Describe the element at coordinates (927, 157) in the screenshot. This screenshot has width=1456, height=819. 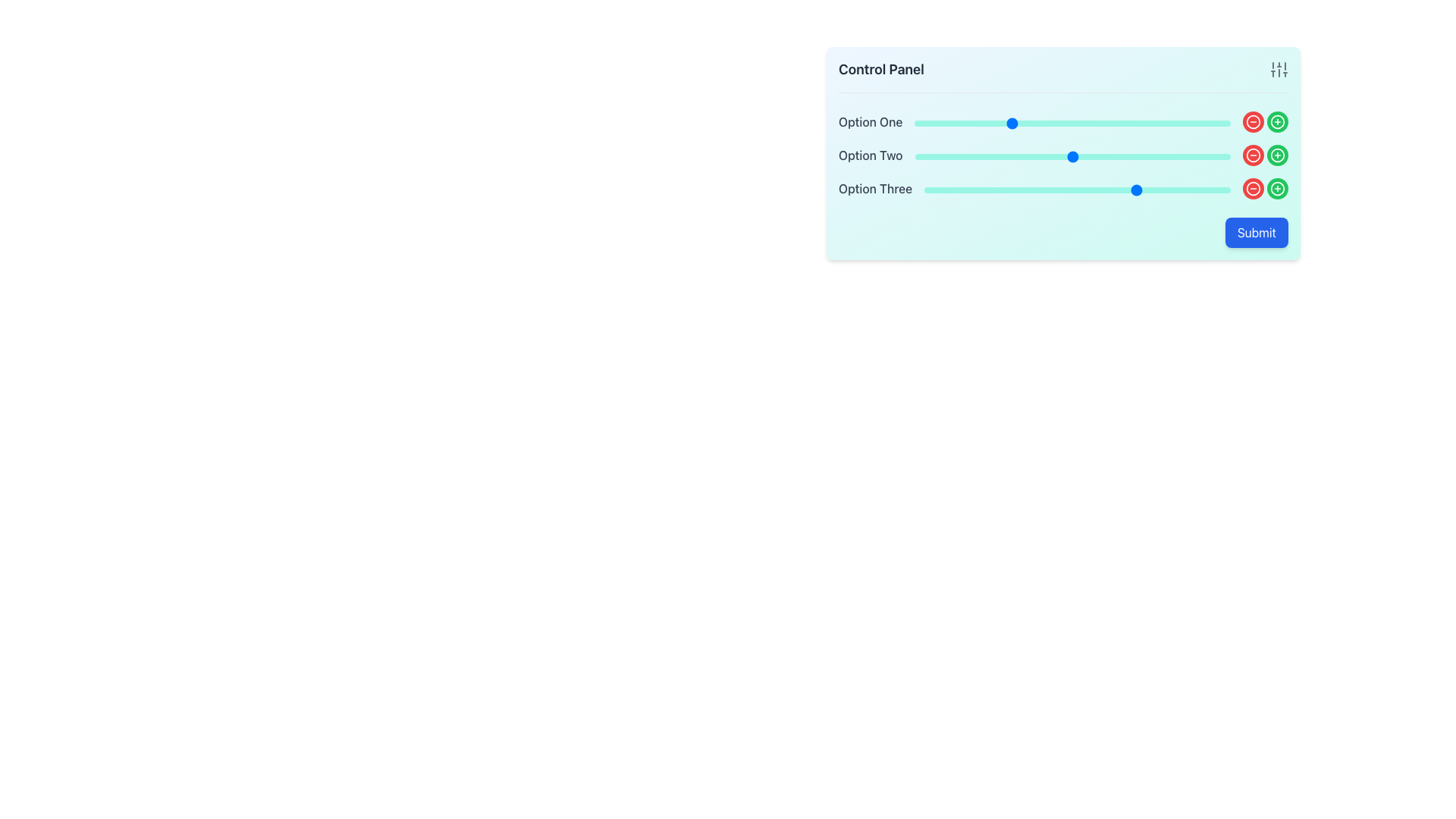
I see `the slider` at that location.